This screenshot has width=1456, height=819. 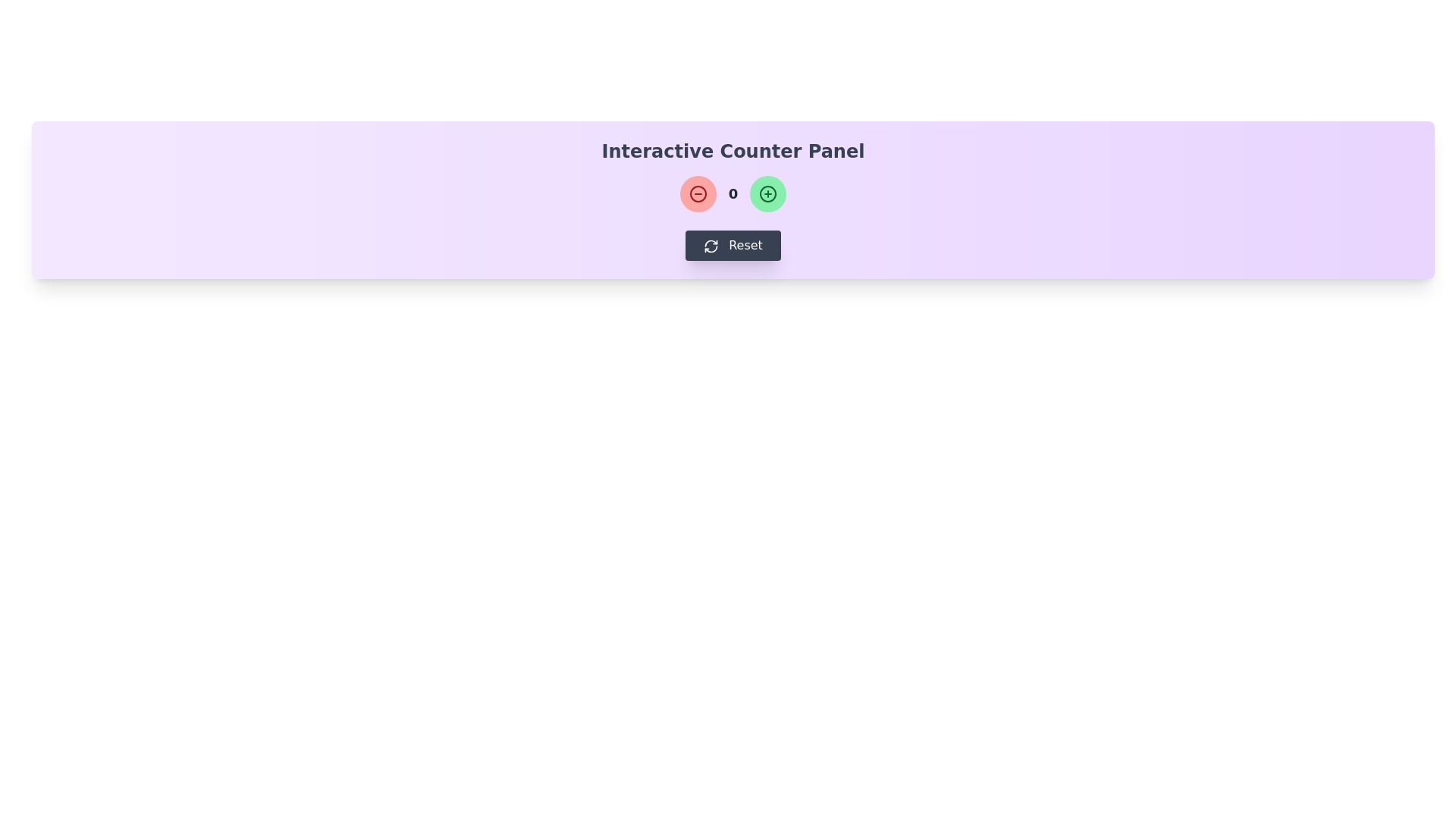 What do you see at coordinates (768, 193) in the screenshot?
I see `the increment button located to the right of the numeric display labeled '0'` at bounding box center [768, 193].